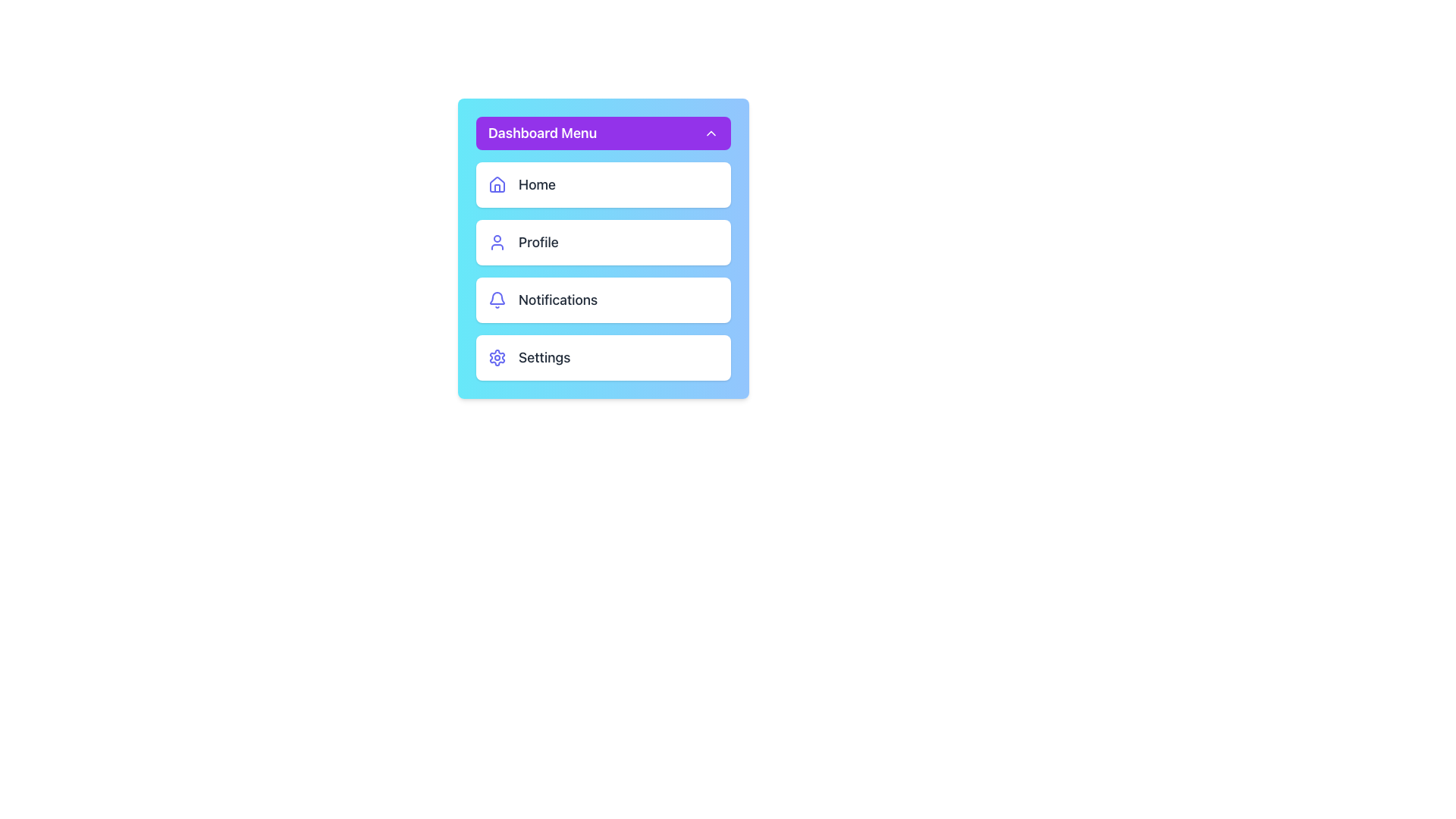 The height and width of the screenshot is (819, 1456). Describe the element at coordinates (603, 247) in the screenshot. I see `the 'Profile' button in the 'Dashboard Menu'` at that location.